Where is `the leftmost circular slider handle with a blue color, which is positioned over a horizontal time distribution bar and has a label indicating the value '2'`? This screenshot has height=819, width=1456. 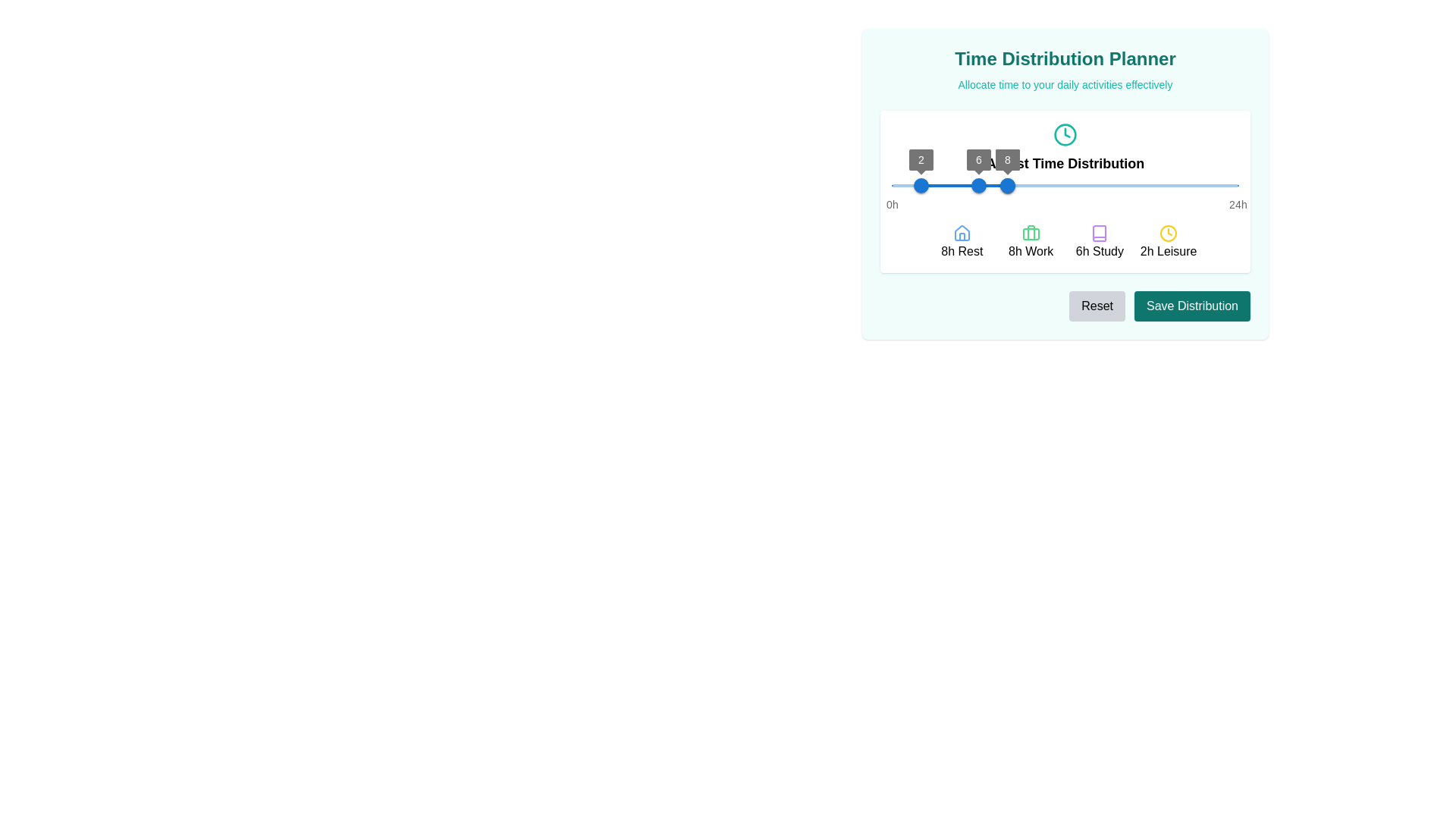
the leftmost circular slider handle with a blue color, which is positioned over a horizontal time distribution bar and has a label indicating the value '2' is located at coordinates (920, 185).